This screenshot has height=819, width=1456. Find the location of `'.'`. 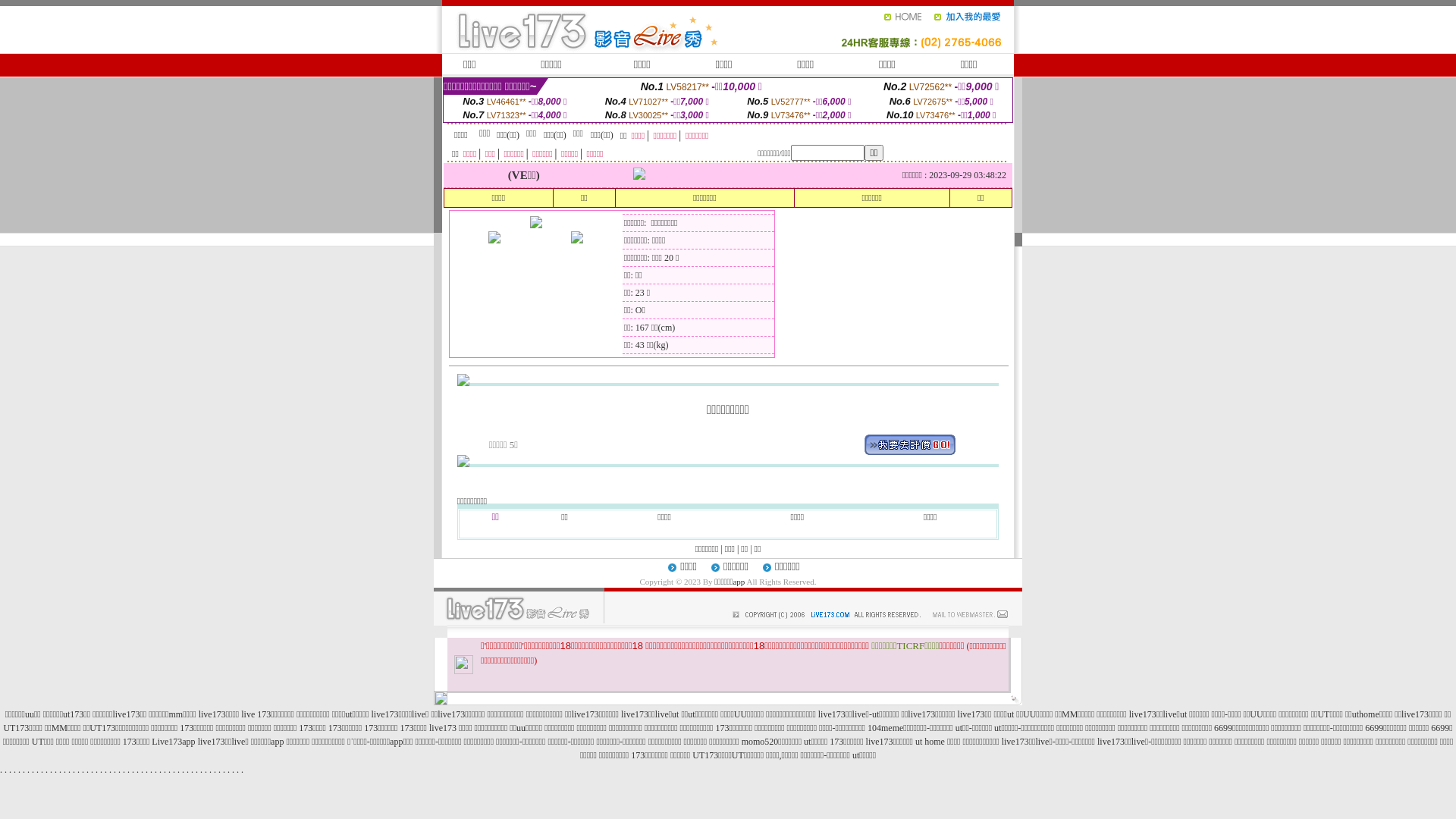

'.' is located at coordinates (105, 769).